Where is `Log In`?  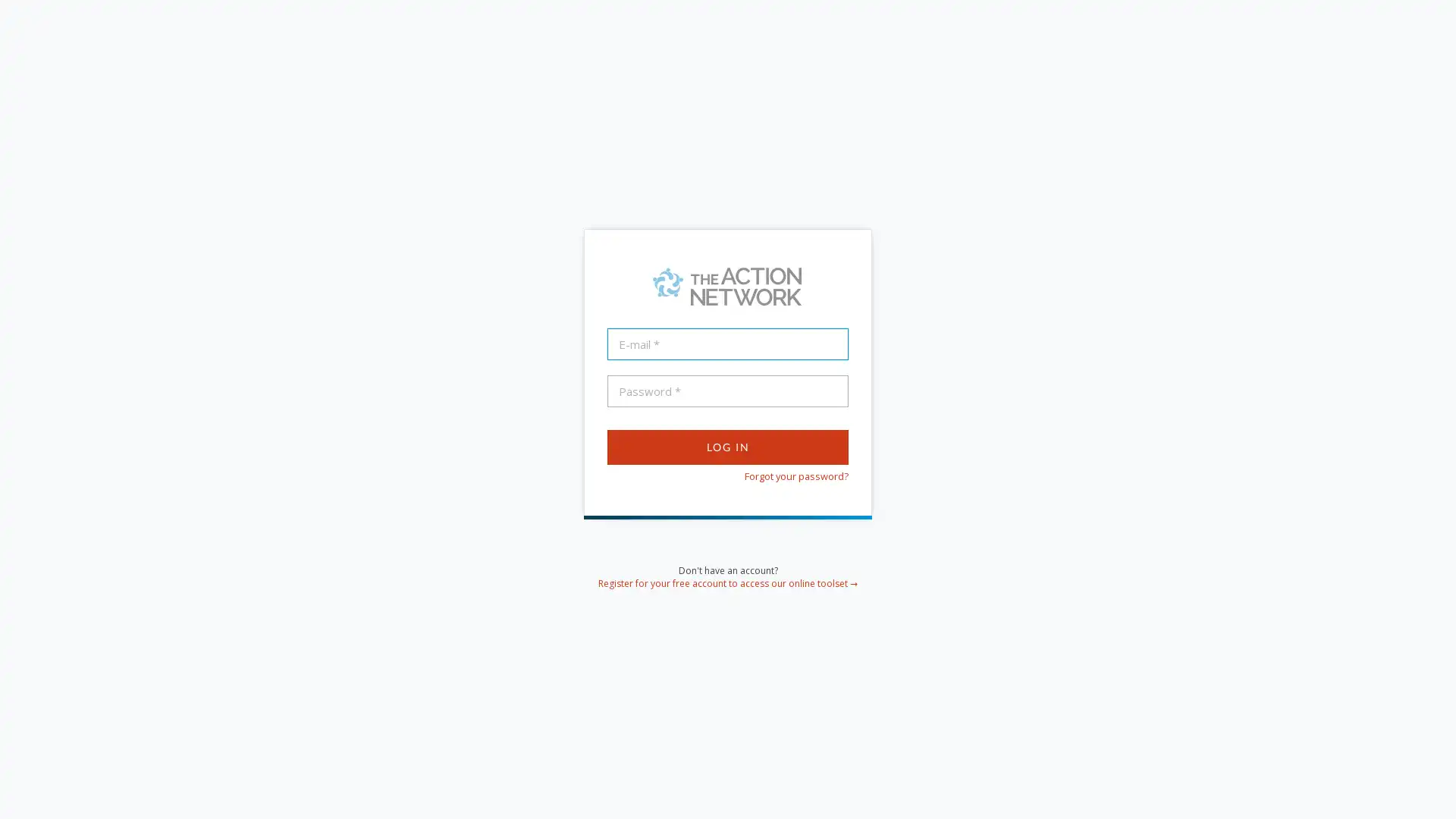
Log In is located at coordinates (728, 446).